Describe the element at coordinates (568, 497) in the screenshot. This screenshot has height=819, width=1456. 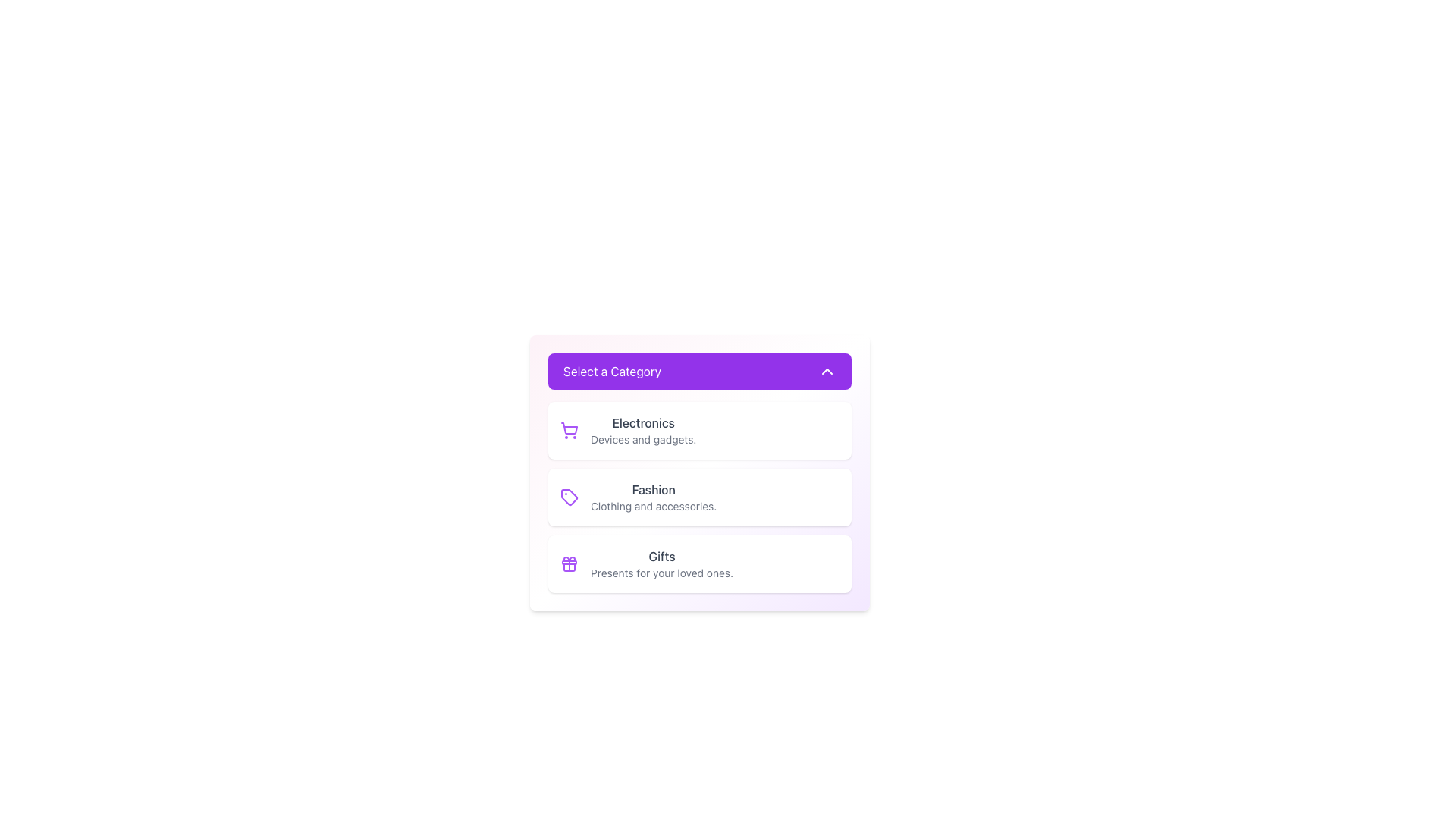
I see `the purple tag icon located to the left of the 'Fashion' text in the 'Select a Category' dropdown menu` at that location.